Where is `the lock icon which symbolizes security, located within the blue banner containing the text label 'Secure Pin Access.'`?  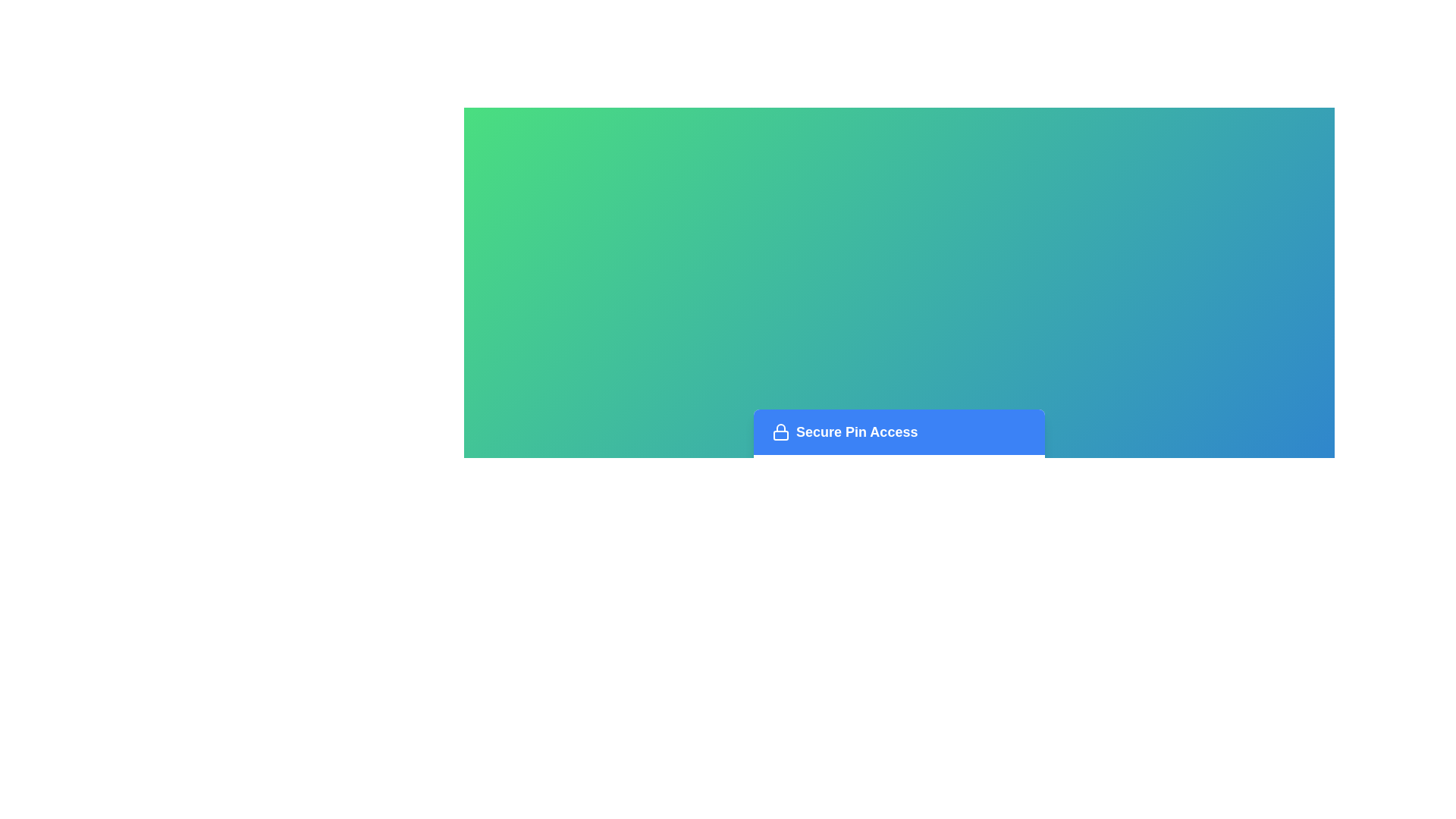
the lock icon which symbolizes security, located within the blue banner containing the text label 'Secure Pin Access.' is located at coordinates (781, 432).